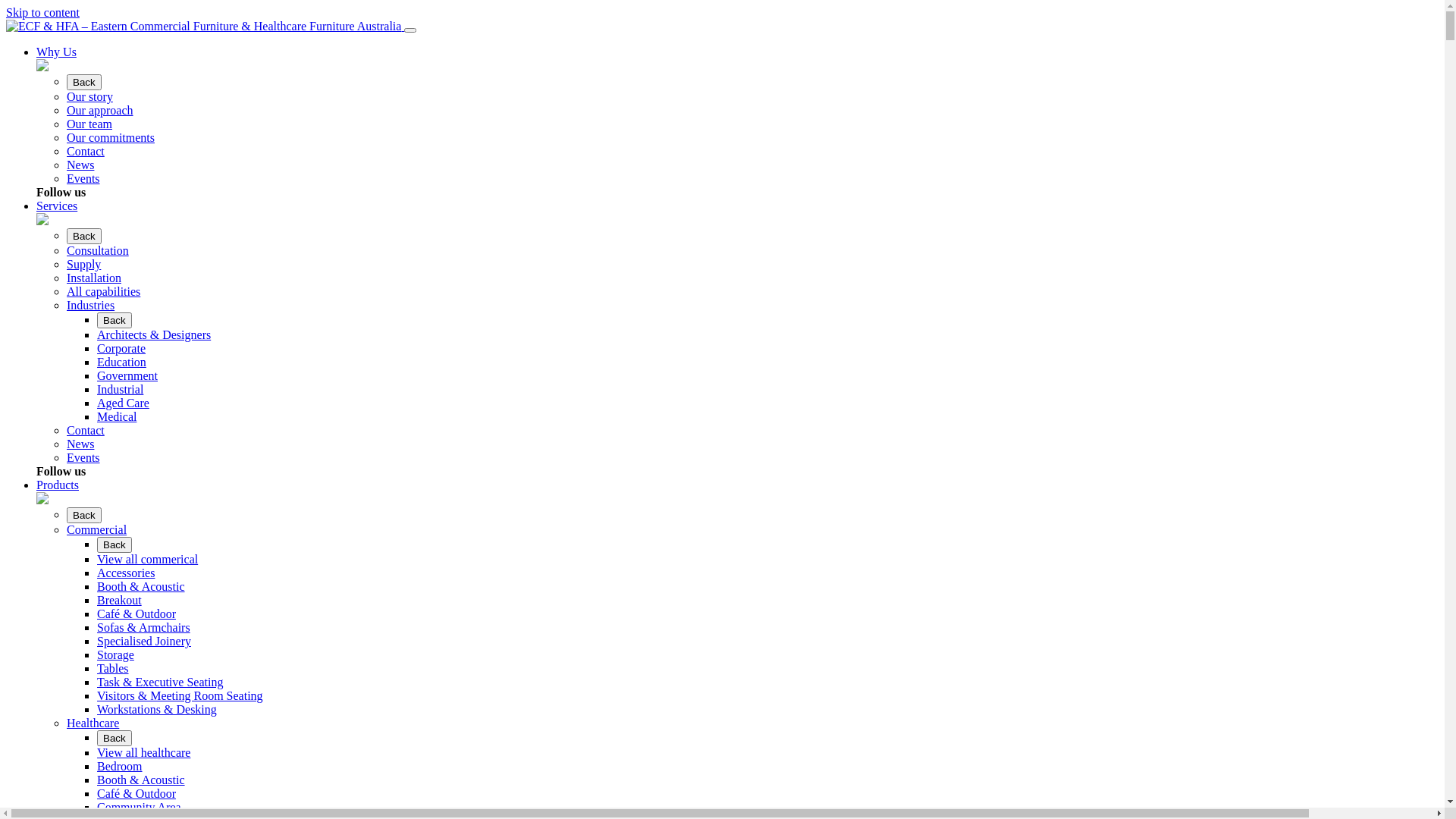  What do you see at coordinates (96, 752) in the screenshot?
I see `'View all healthcare'` at bounding box center [96, 752].